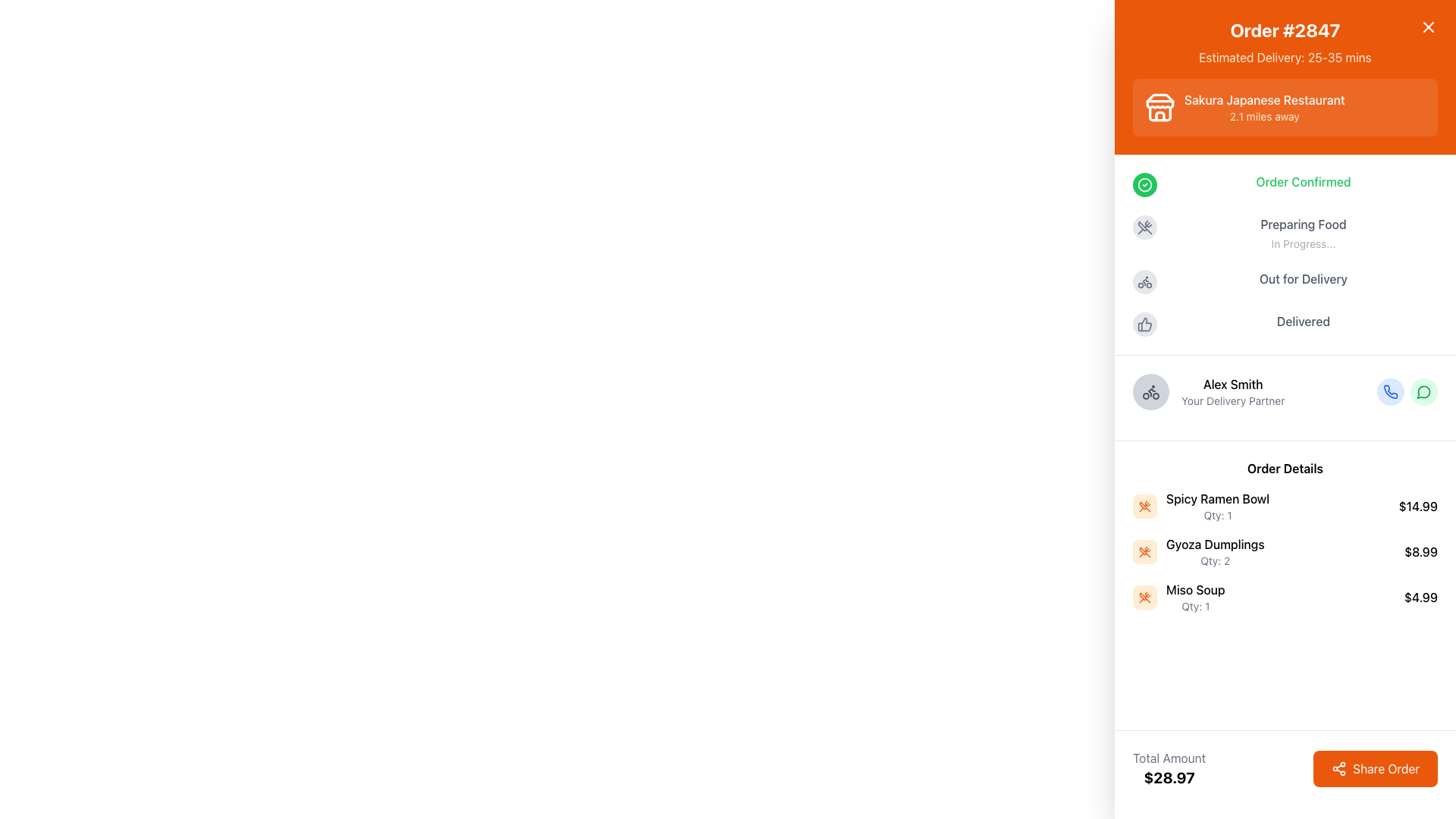 Image resolution: width=1456 pixels, height=819 pixels. What do you see at coordinates (1215, 552) in the screenshot?
I see `the Text element displaying 'Gyoza Dumplings' with quantity 'Qty: 2' in the 'Order Details' section, which is the second item in the vertical list on the right-hand sidebar` at bounding box center [1215, 552].